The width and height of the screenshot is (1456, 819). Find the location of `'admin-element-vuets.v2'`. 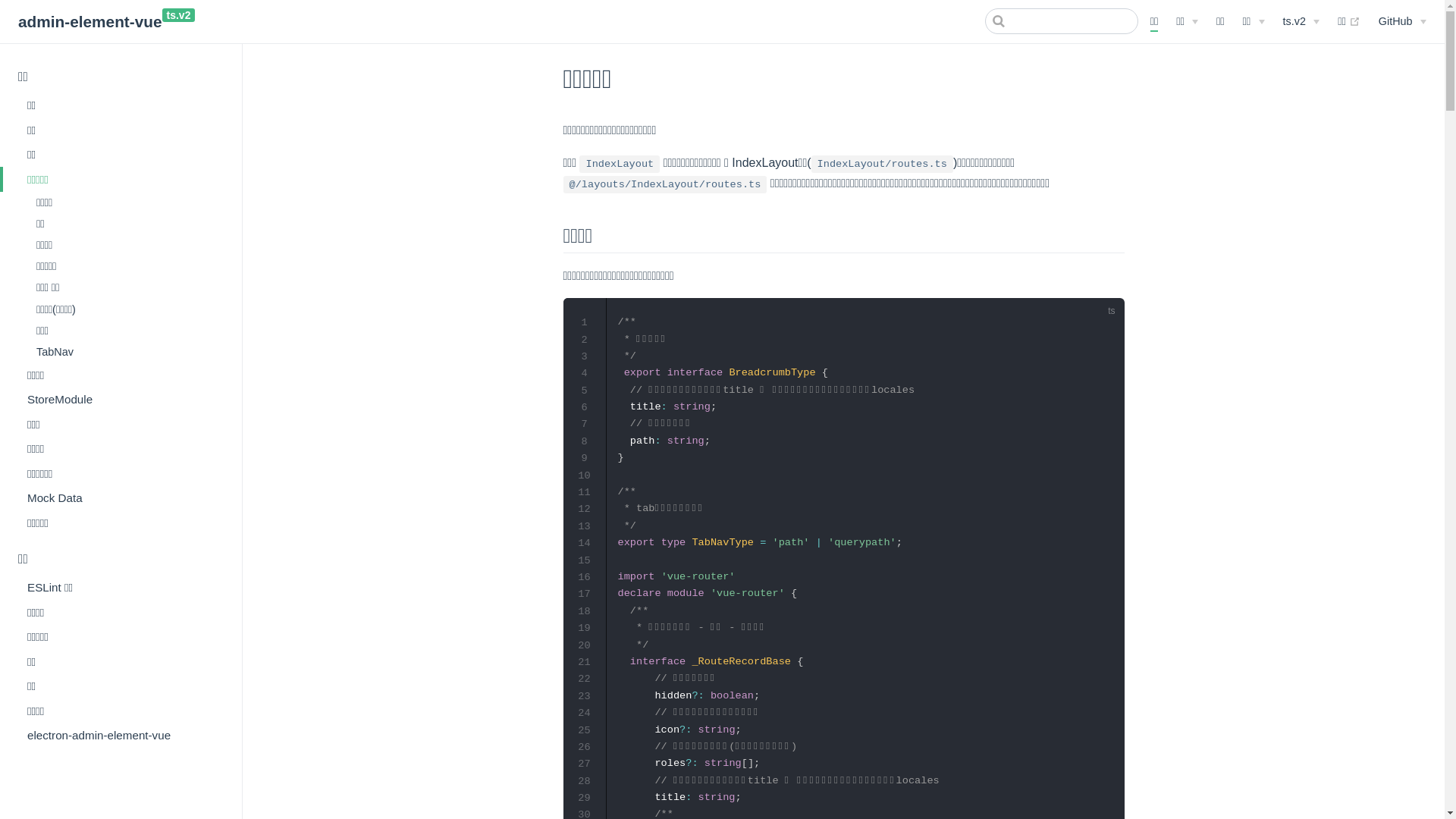

'admin-element-vuets.v2' is located at coordinates (18, 22).